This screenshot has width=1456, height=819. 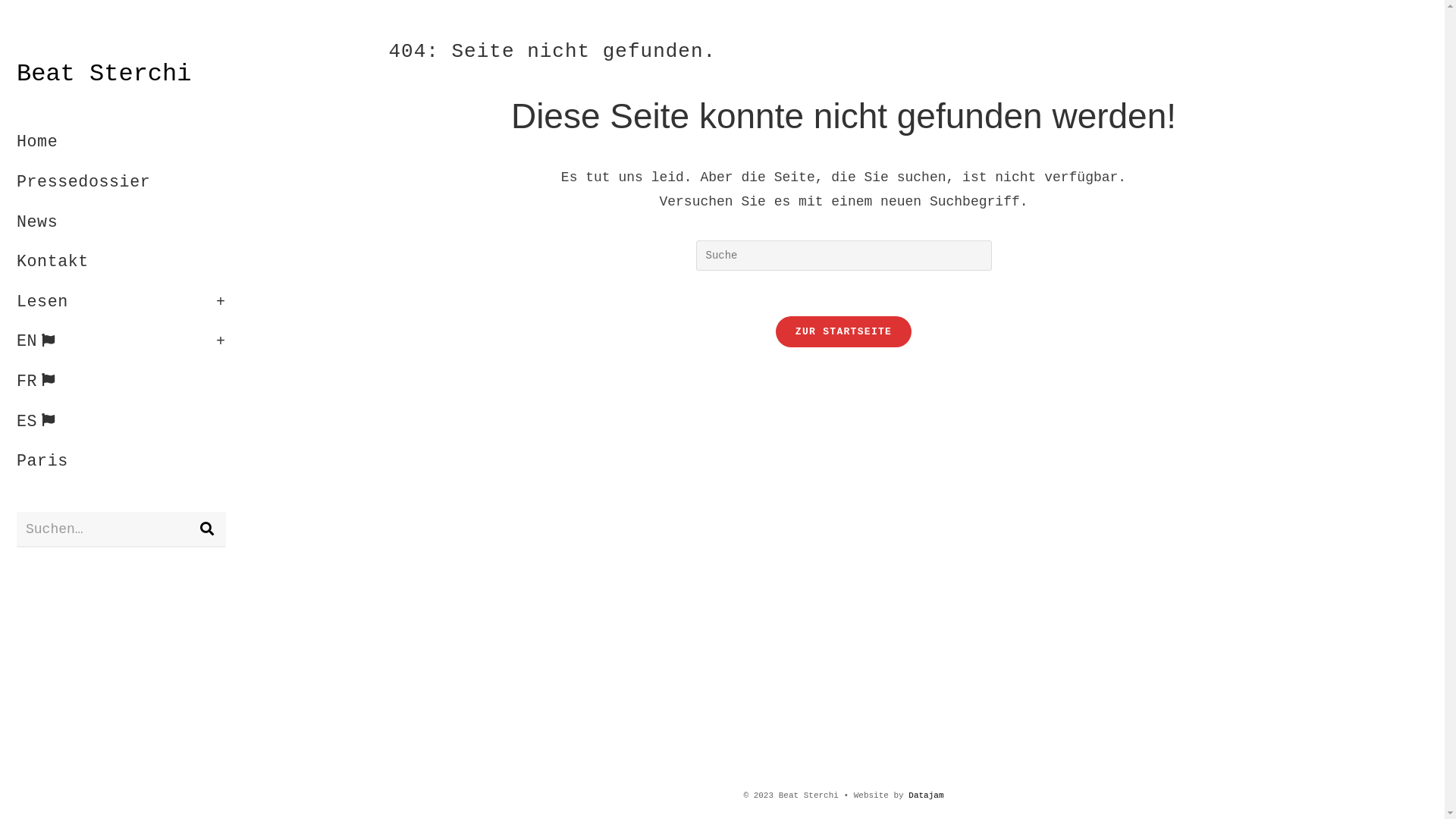 I want to click on 'Datajam', so click(x=924, y=795).